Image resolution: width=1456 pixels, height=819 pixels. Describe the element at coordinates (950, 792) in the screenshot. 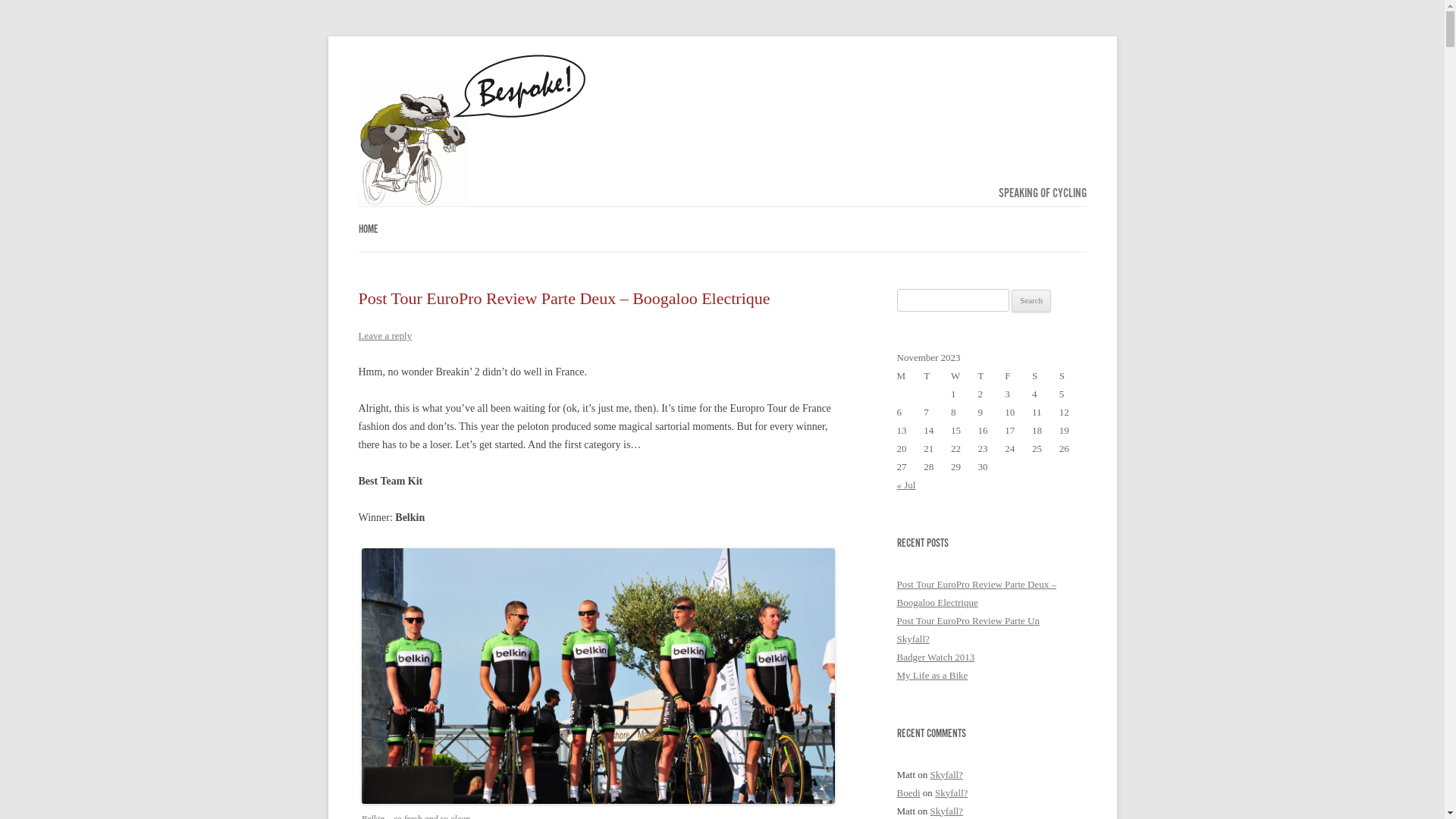

I see `'Skyfall?'` at that location.